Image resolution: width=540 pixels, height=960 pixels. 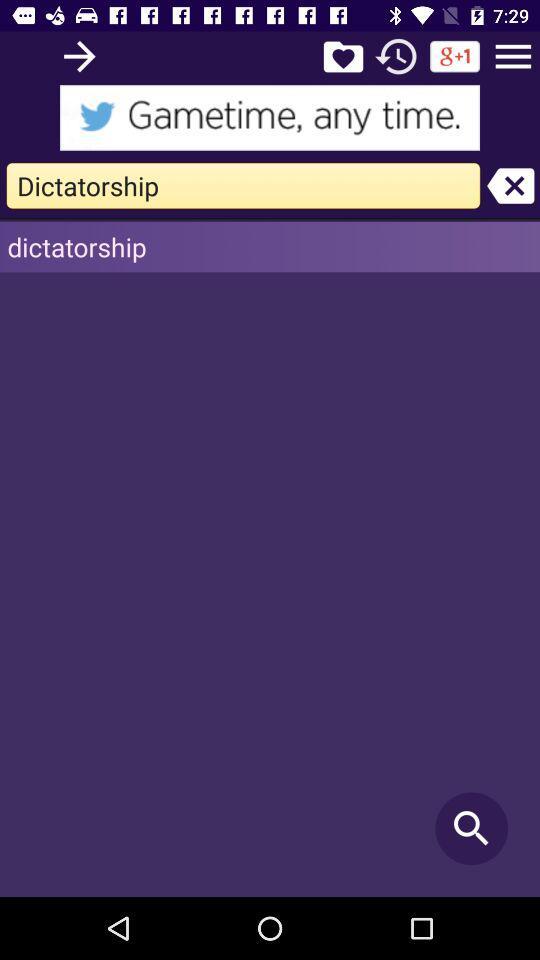 I want to click on the close icon, so click(x=510, y=185).